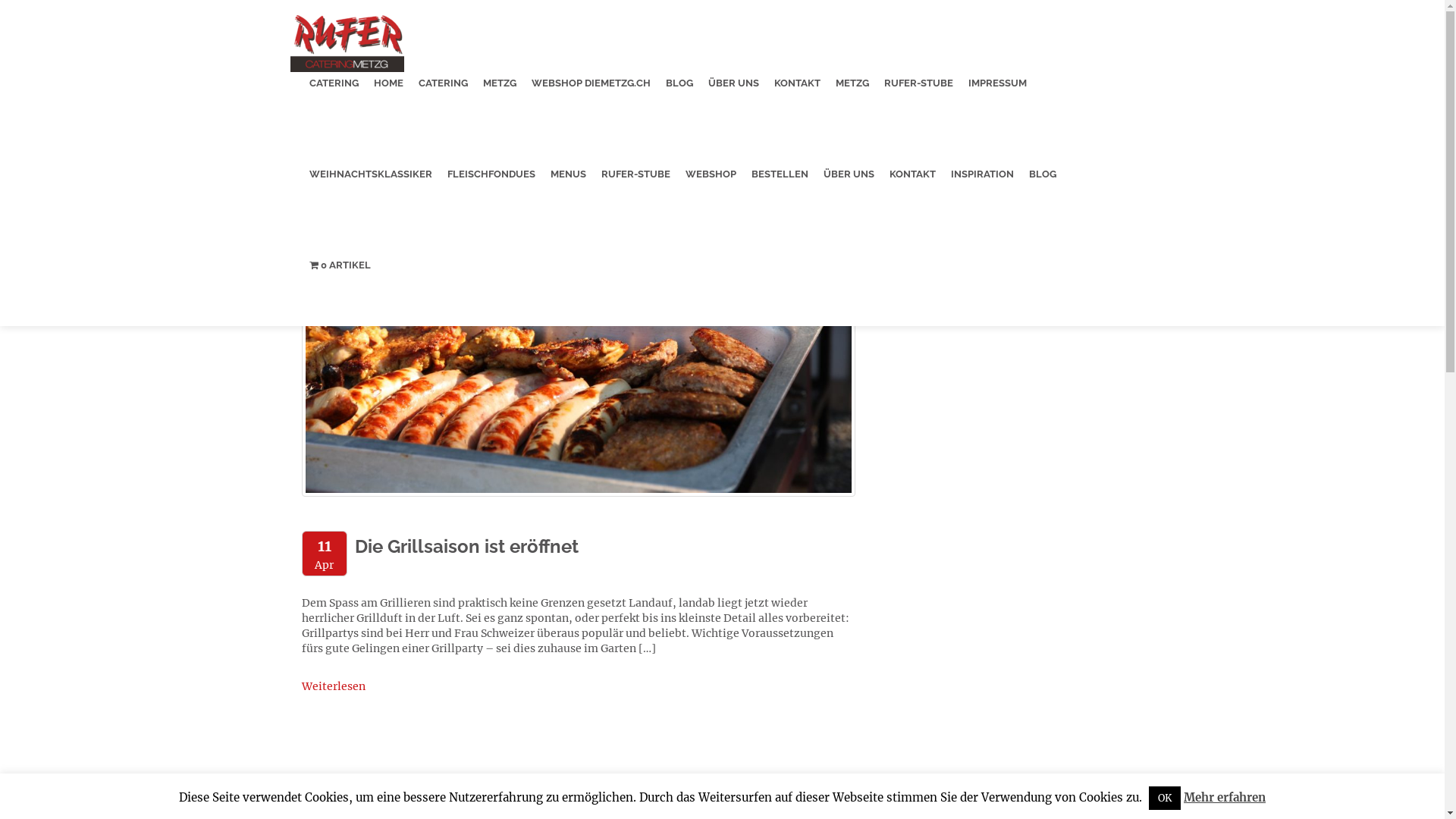 Image resolution: width=1456 pixels, height=819 pixels. I want to click on 'FLEISCHFONDUES', so click(491, 174).